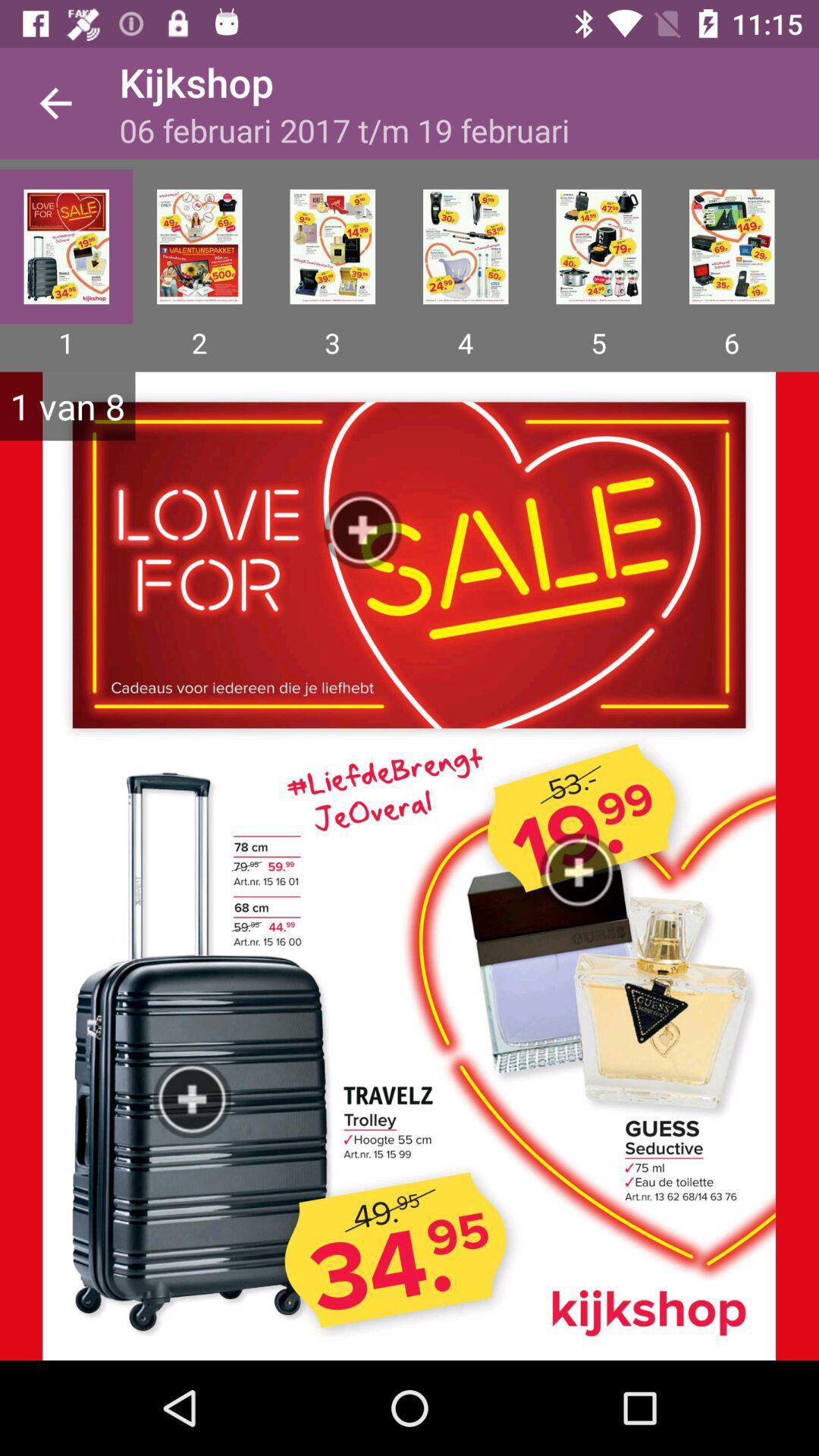 The image size is (819, 1456). I want to click on the item above the 3 icon, so click(331, 246).